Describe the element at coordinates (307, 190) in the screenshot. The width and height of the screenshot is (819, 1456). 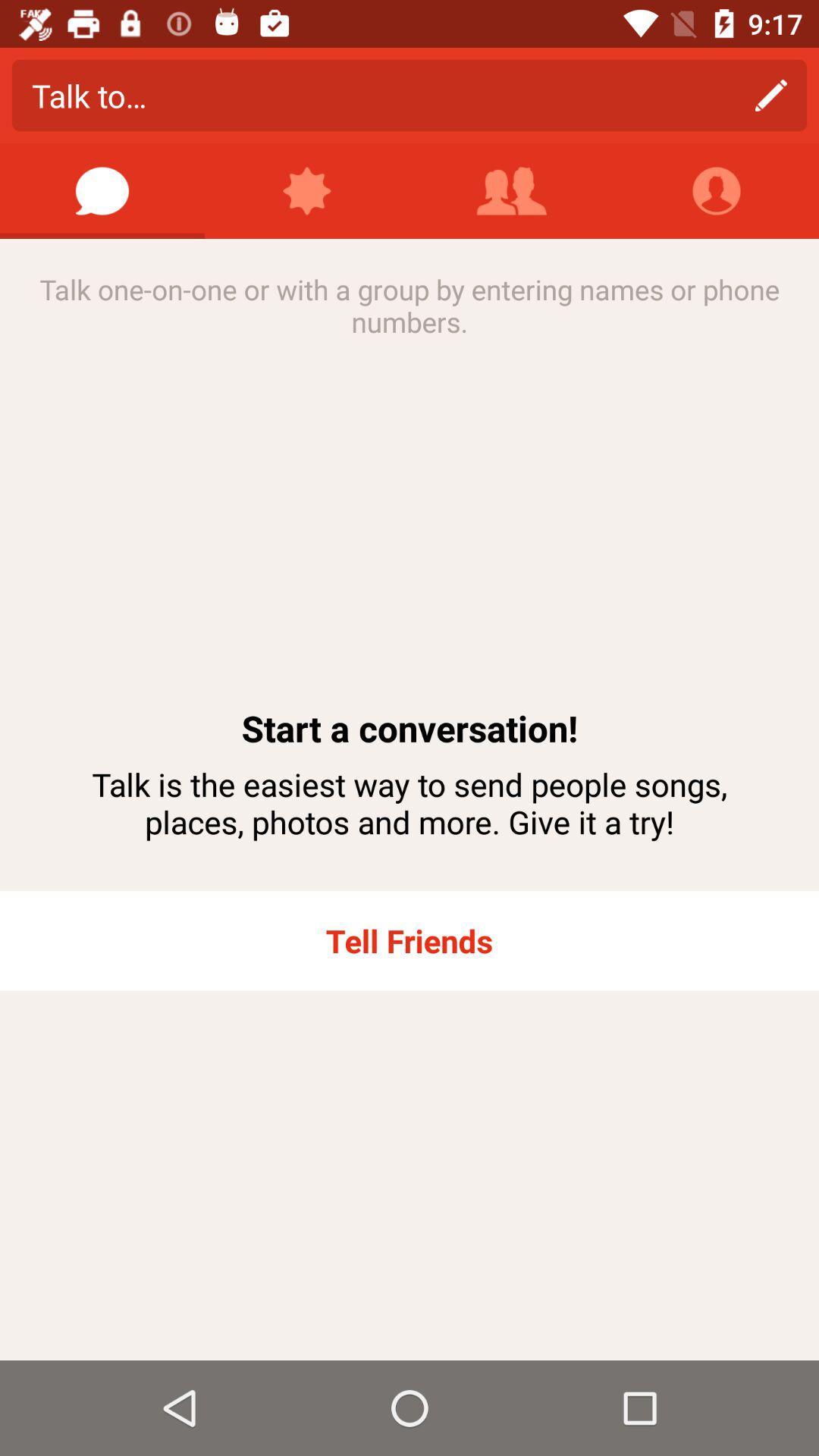
I see `the icon above talk one on app` at that location.